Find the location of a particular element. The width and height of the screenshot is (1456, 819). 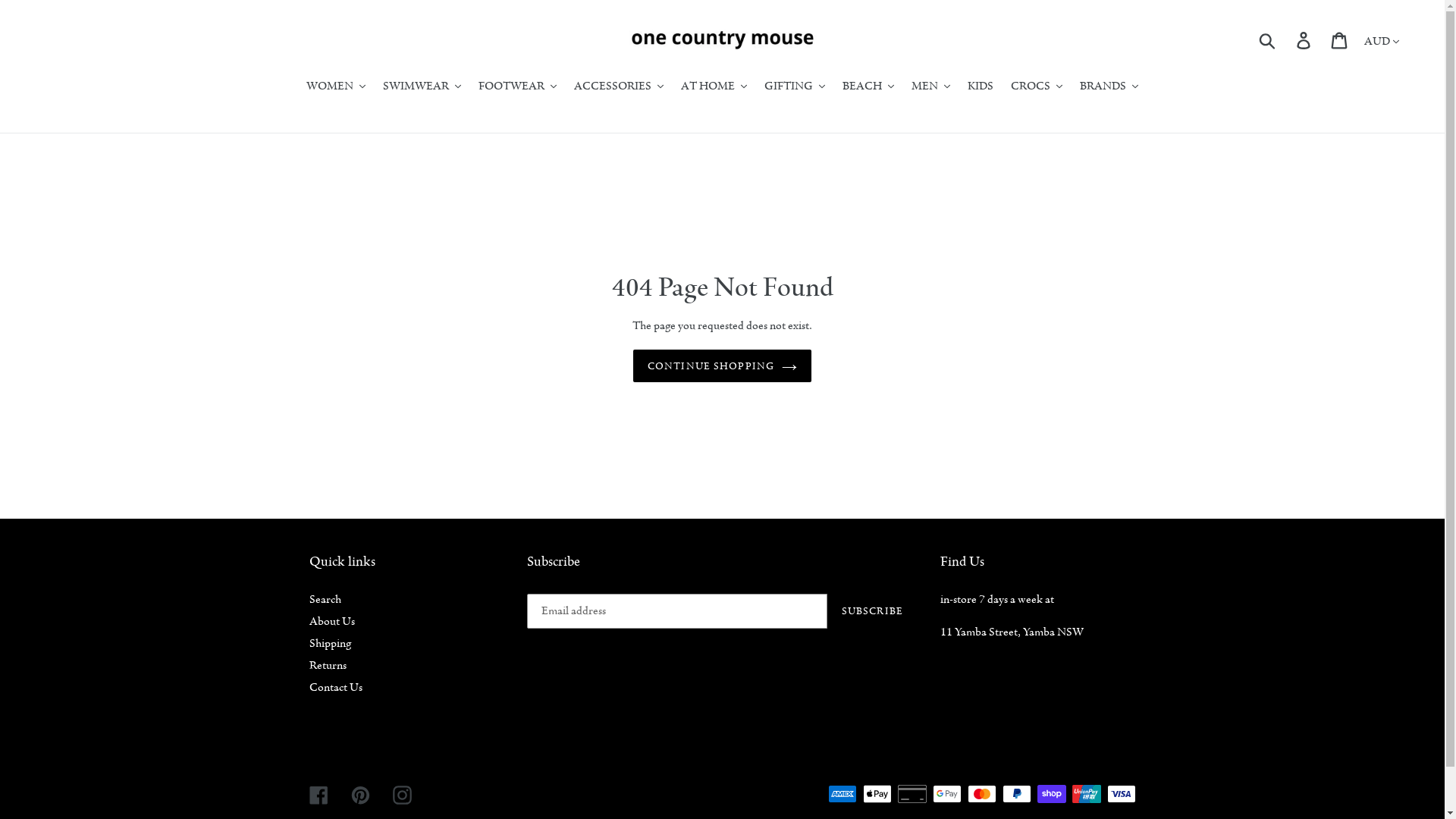

'CONTINUE SHOPPING' is located at coordinates (721, 366).